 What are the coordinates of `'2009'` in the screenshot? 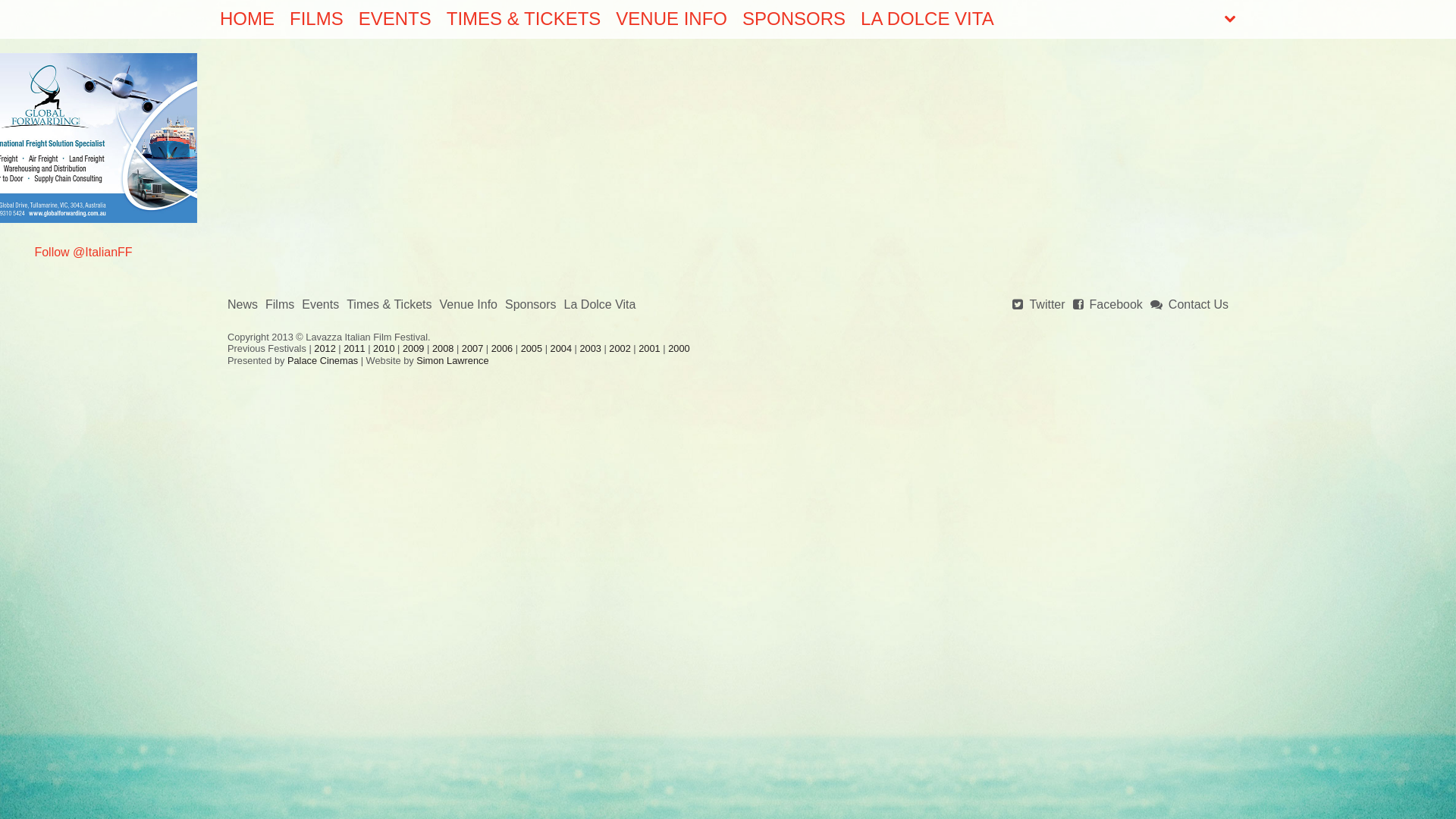 It's located at (413, 348).